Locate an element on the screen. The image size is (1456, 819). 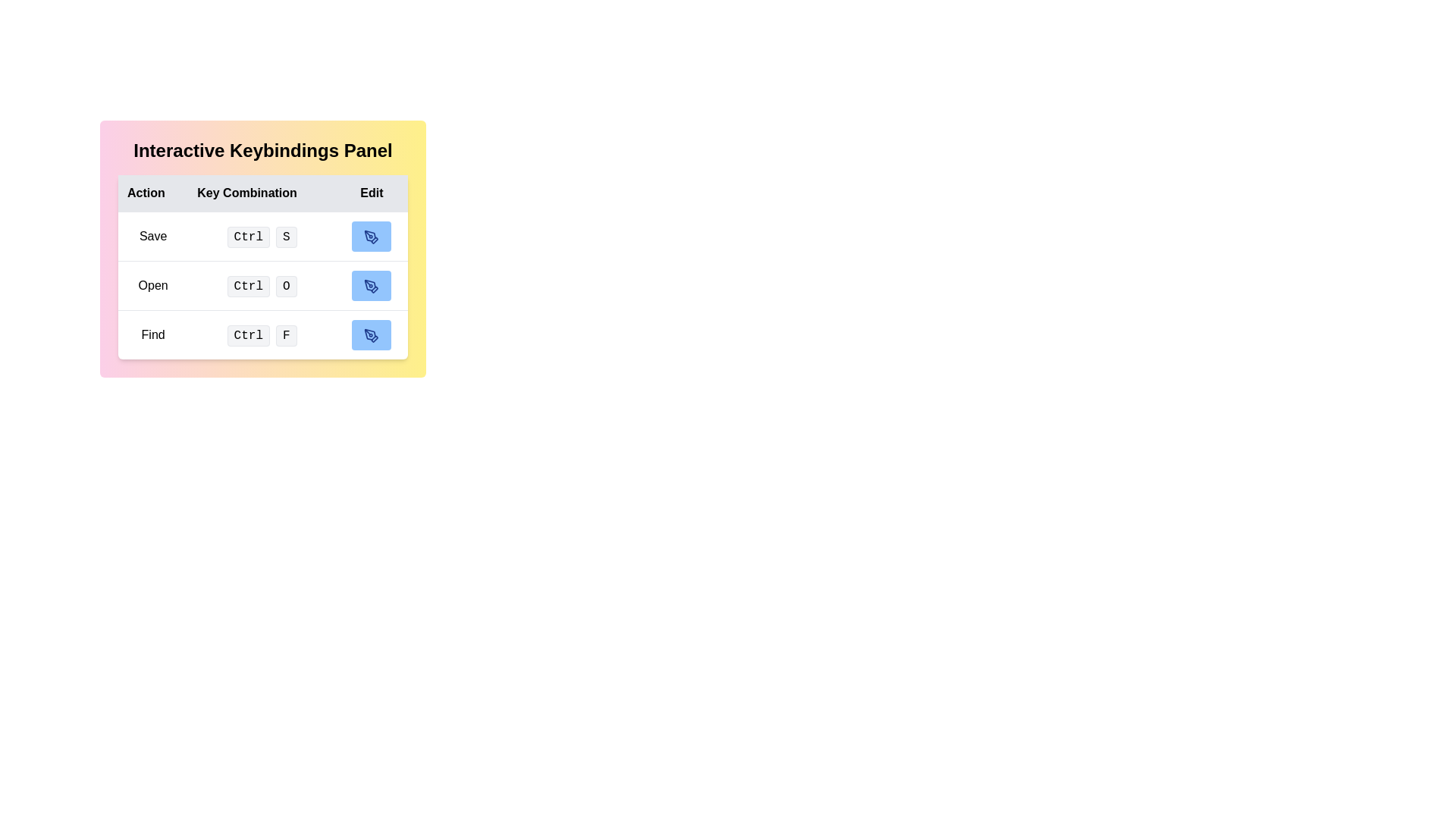
the button for initiating the edit action for the 'Find' keybinding is located at coordinates (372, 334).